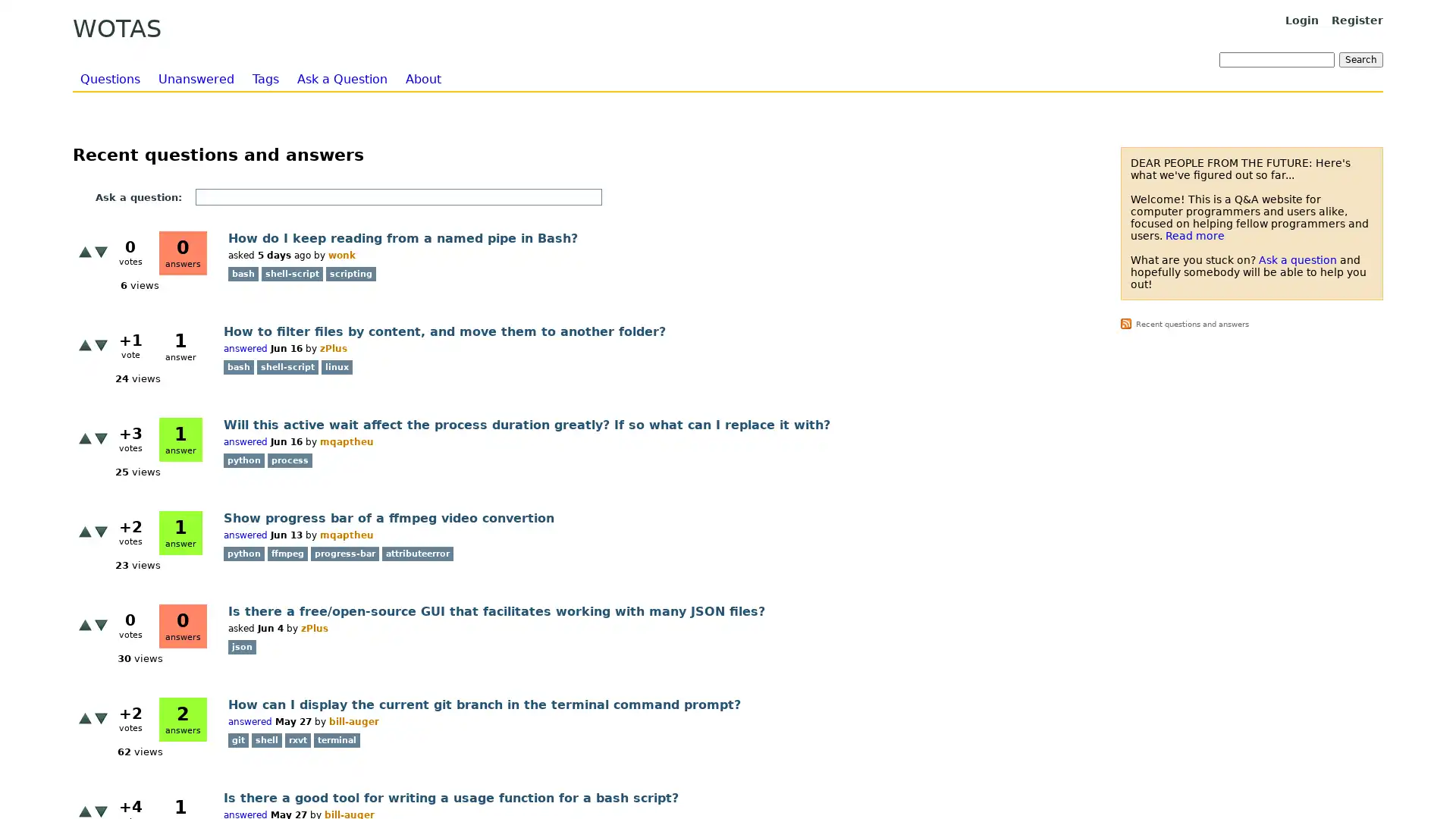 This screenshot has width=1456, height=819. I want to click on +, so click(84, 625).